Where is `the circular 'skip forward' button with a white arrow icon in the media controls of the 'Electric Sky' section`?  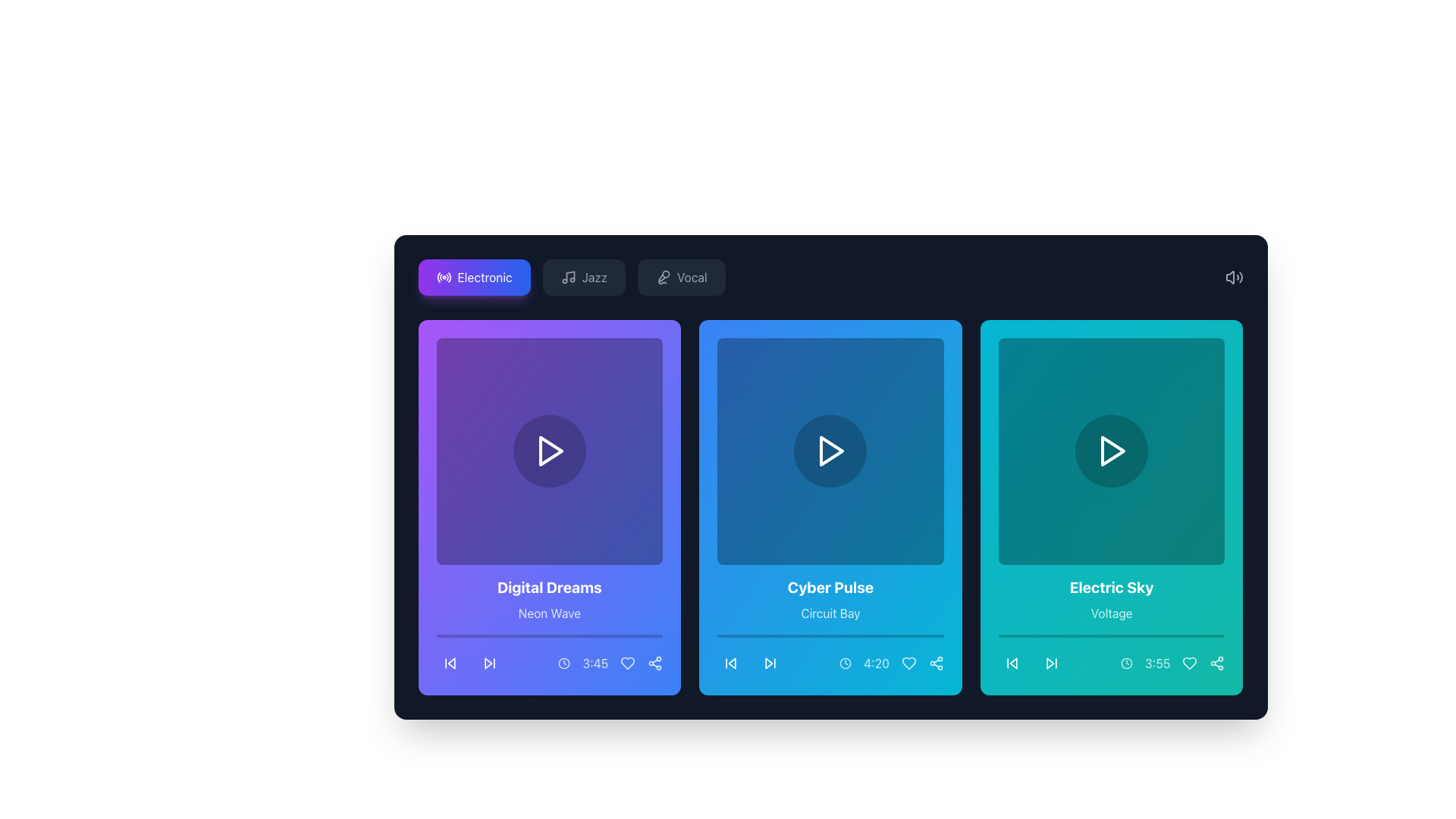 the circular 'skip forward' button with a white arrow icon in the media controls of the 'Electric Sky' section is located at coordinates (1050, 662).